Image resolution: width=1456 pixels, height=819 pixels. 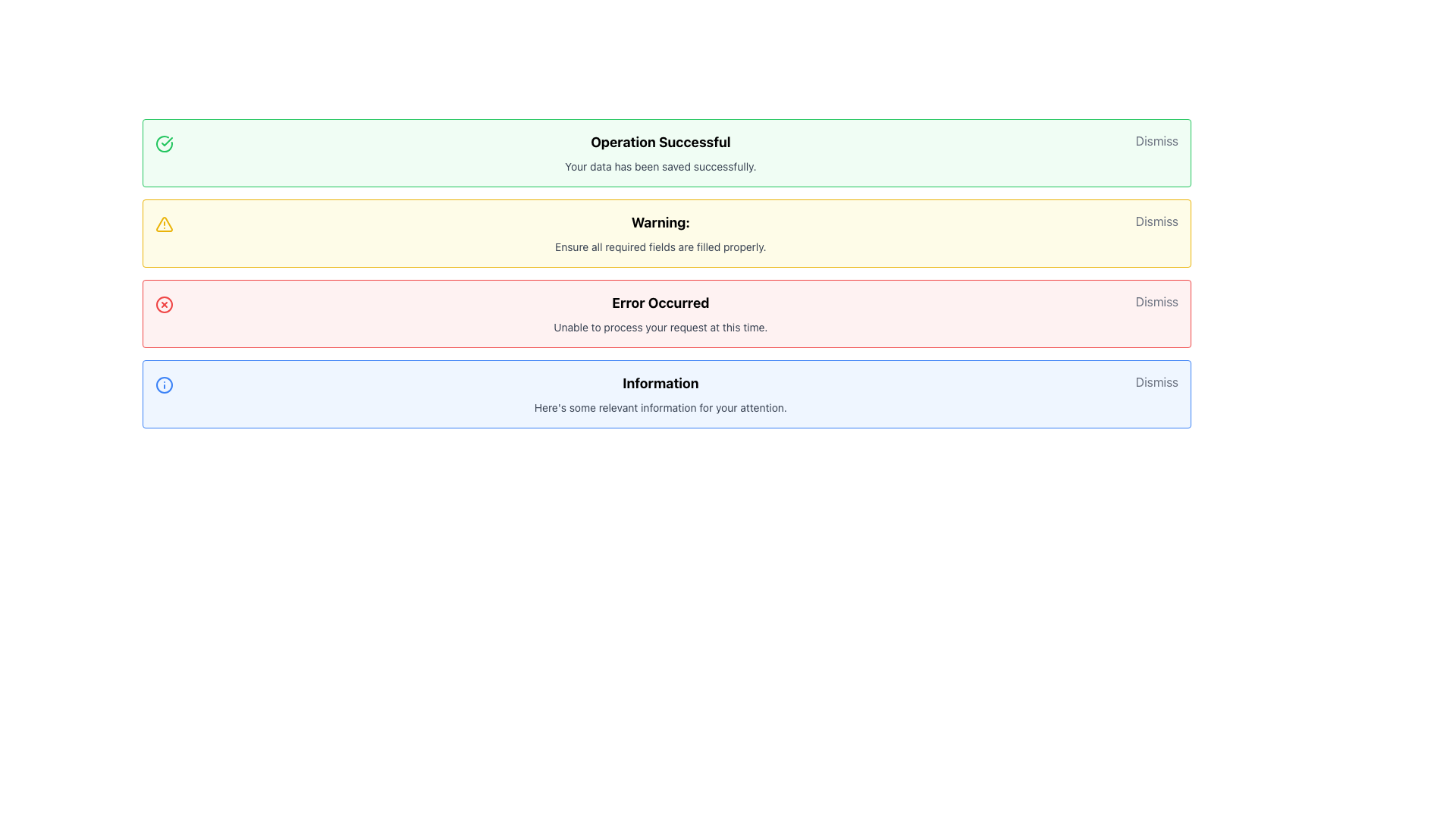 What do you see at coordinates (661, 234) in the screenshot?
I see `warning message displayed in the text display located within the second notification panel, which instructs users to ensure all required fields are properly filled` at bounding box center [661, 234].